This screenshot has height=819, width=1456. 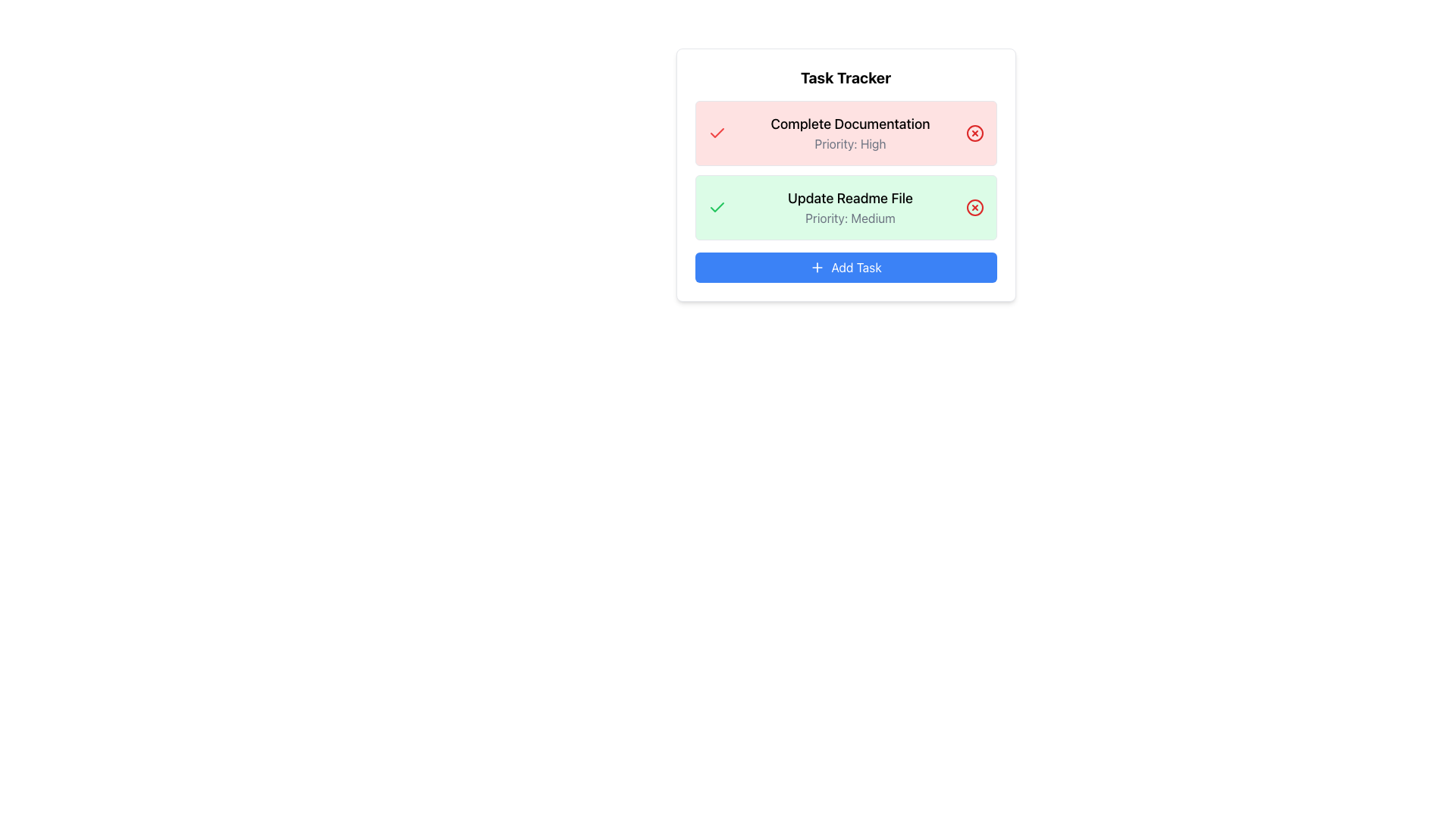 What do you see at coordinates (850, 198) in the screenshot?
I see `the title text label of the task within the task management interface, located above the 'Priority: Medium' label in the second item of the task list` at bounding box center [850, 198].